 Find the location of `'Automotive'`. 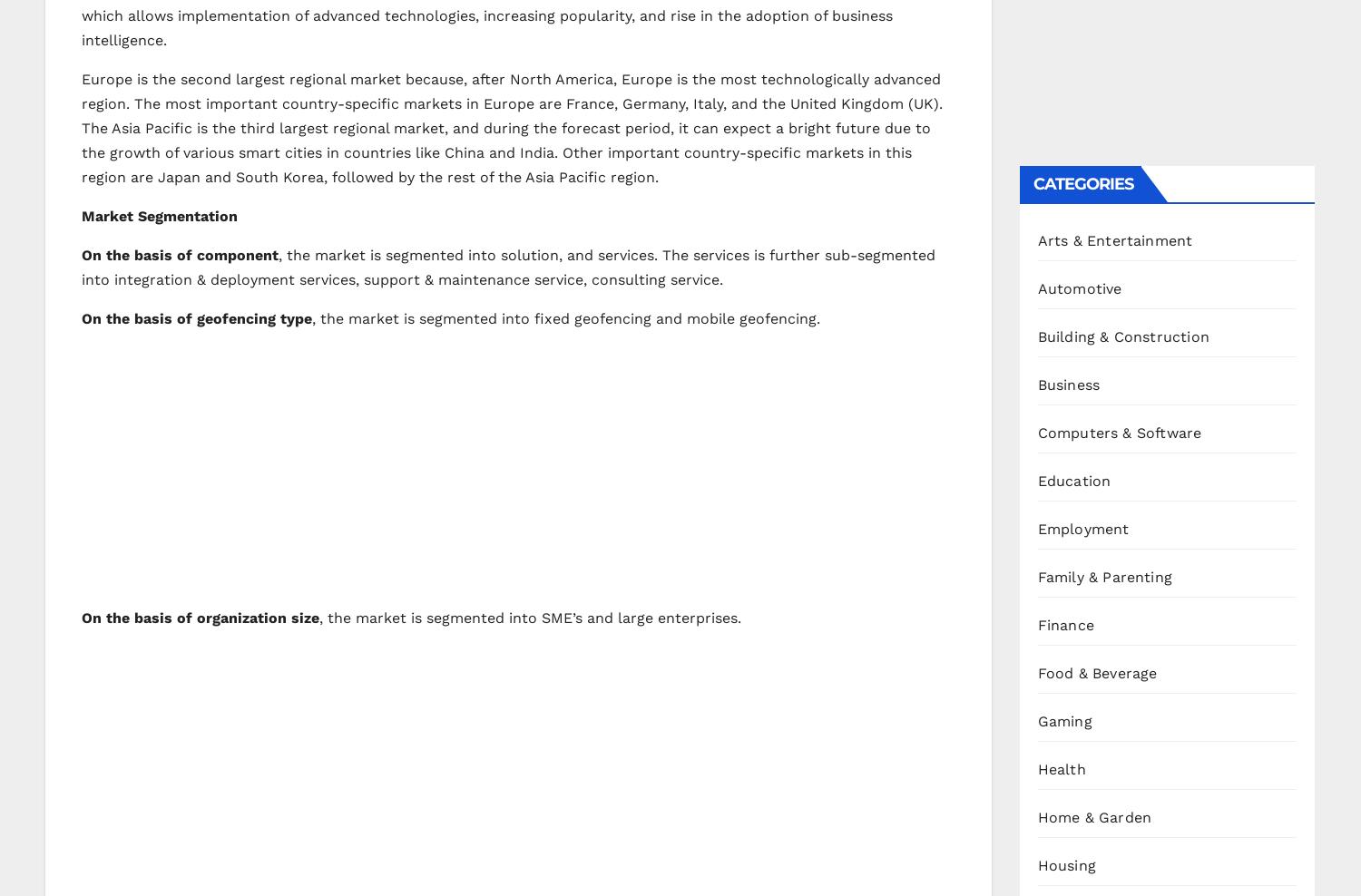

'Automotive' is located at coordinates (1078, 287).